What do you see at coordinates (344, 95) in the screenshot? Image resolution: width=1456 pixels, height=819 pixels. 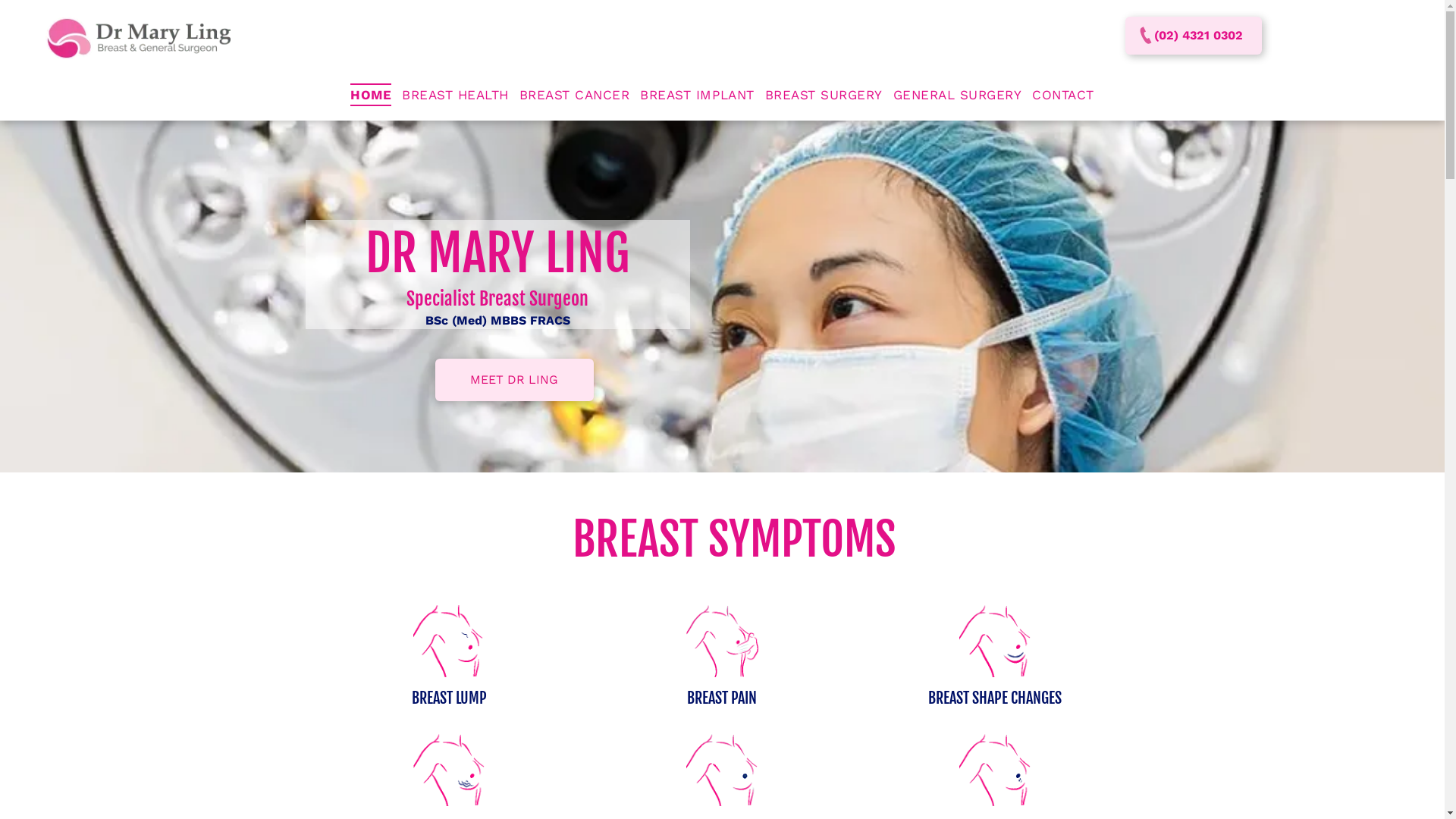 I see `'HOME'` at bounding box center [344, 95].